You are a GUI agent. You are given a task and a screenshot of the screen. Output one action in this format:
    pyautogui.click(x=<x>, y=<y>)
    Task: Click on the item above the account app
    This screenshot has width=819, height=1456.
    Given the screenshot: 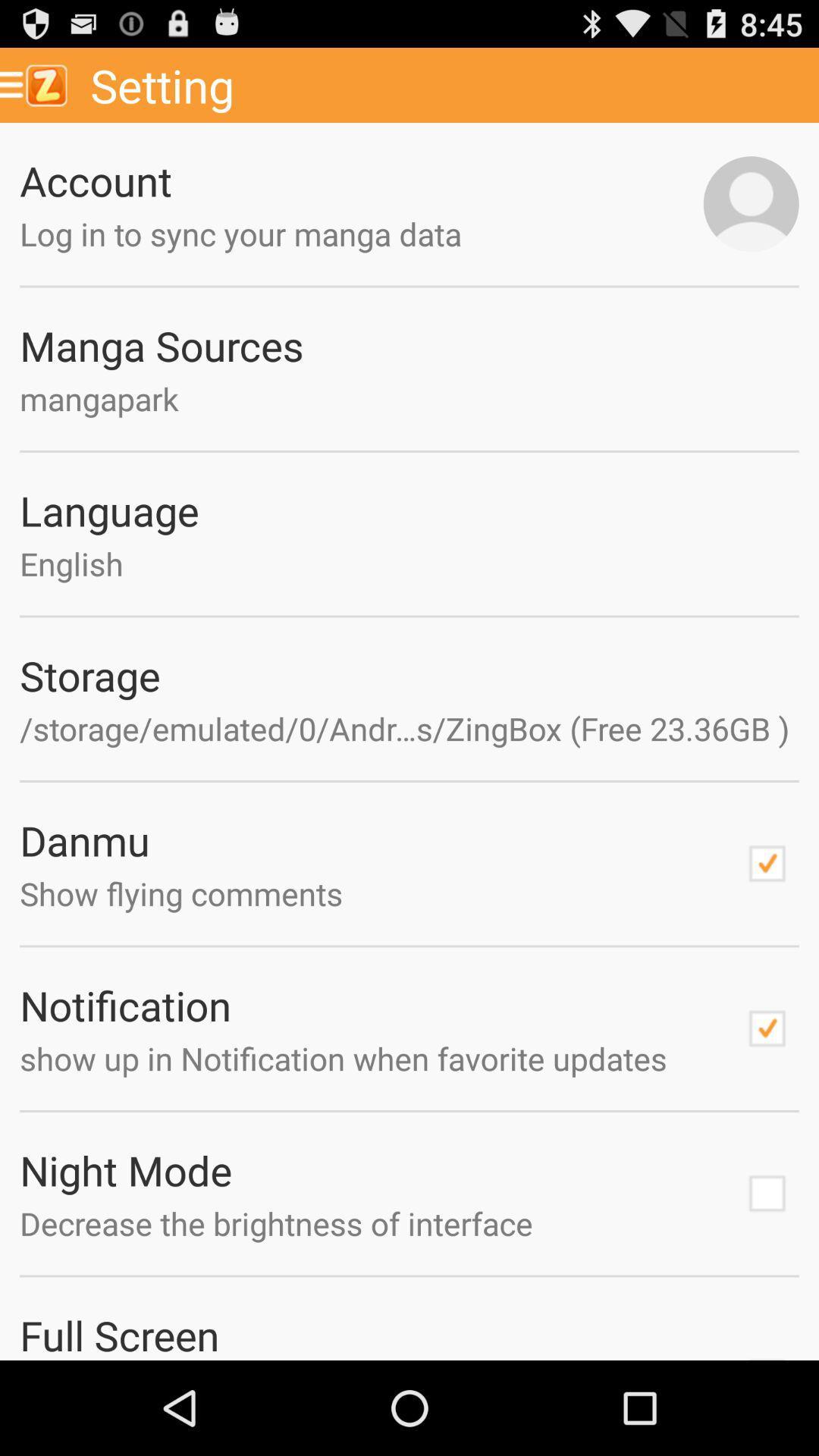 What is the action you would take?
    pyautogui.click(x=448, y=84)
    